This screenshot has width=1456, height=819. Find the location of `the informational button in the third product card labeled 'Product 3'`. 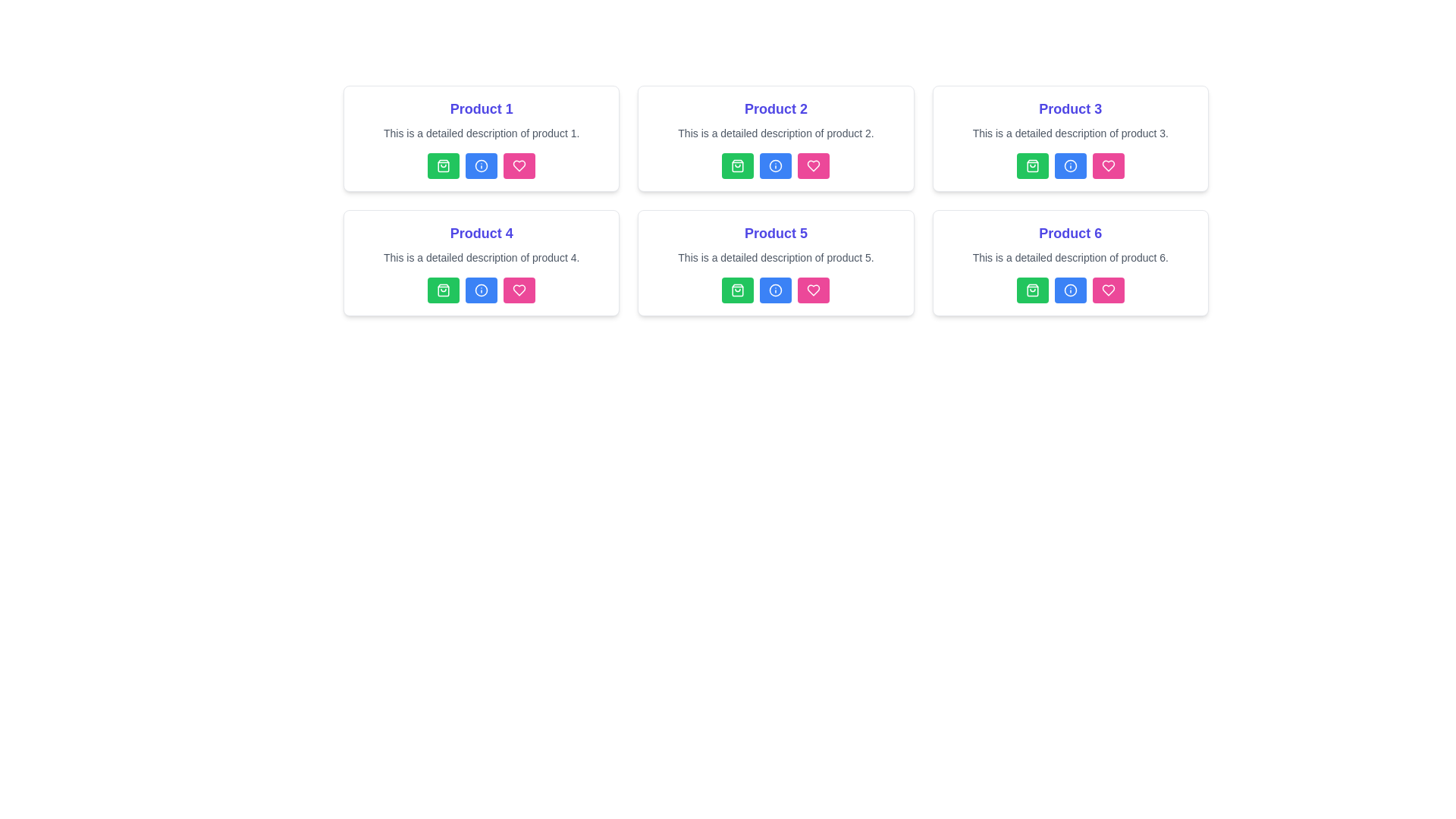

the informational button in the third product card labeled 'Product 3' is located at coordinates (1069, 166).